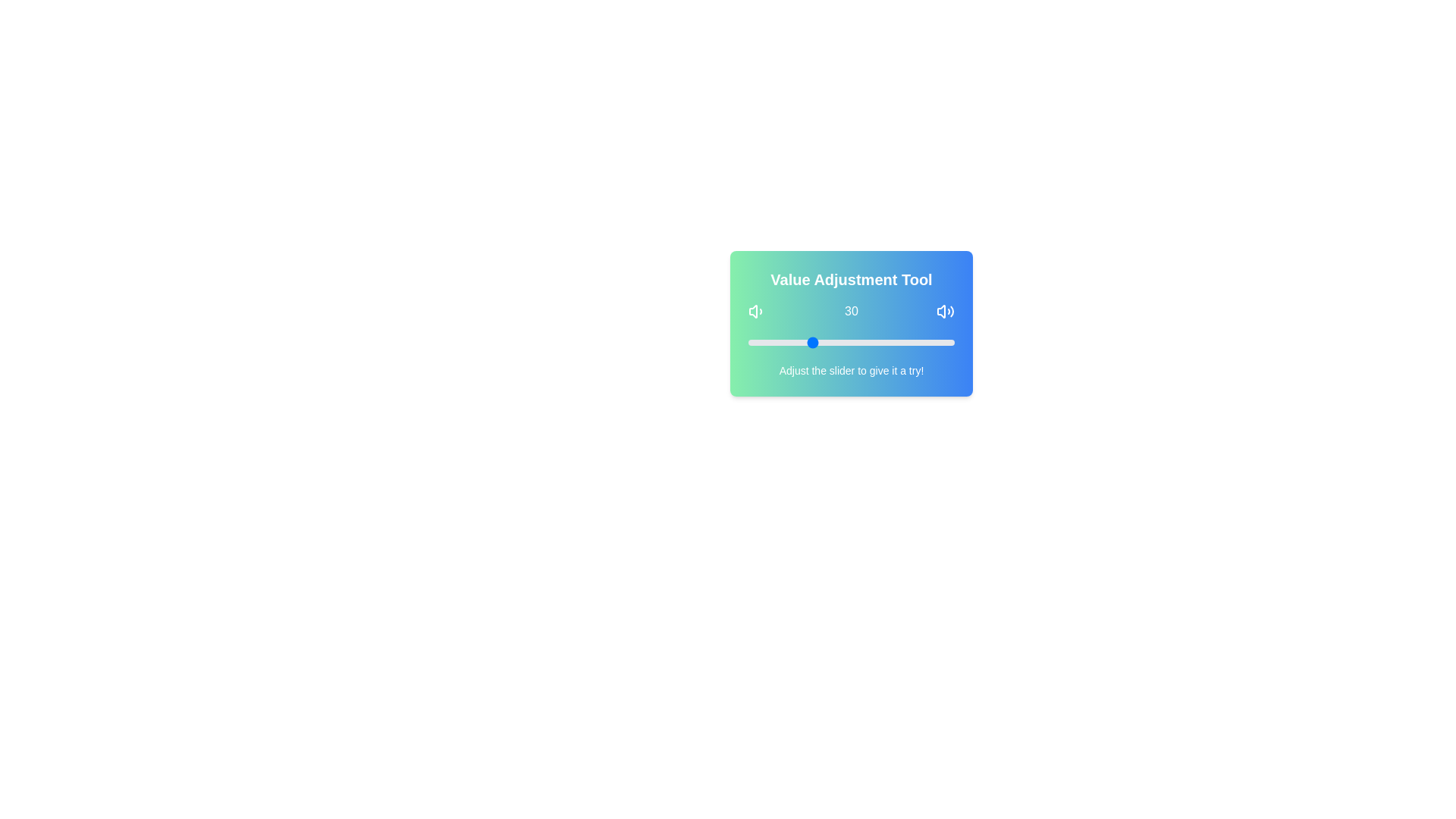  What do you see at coordinates (899, 342) in the screenshot?
I see `the slider` at bounding box center [899, 342].